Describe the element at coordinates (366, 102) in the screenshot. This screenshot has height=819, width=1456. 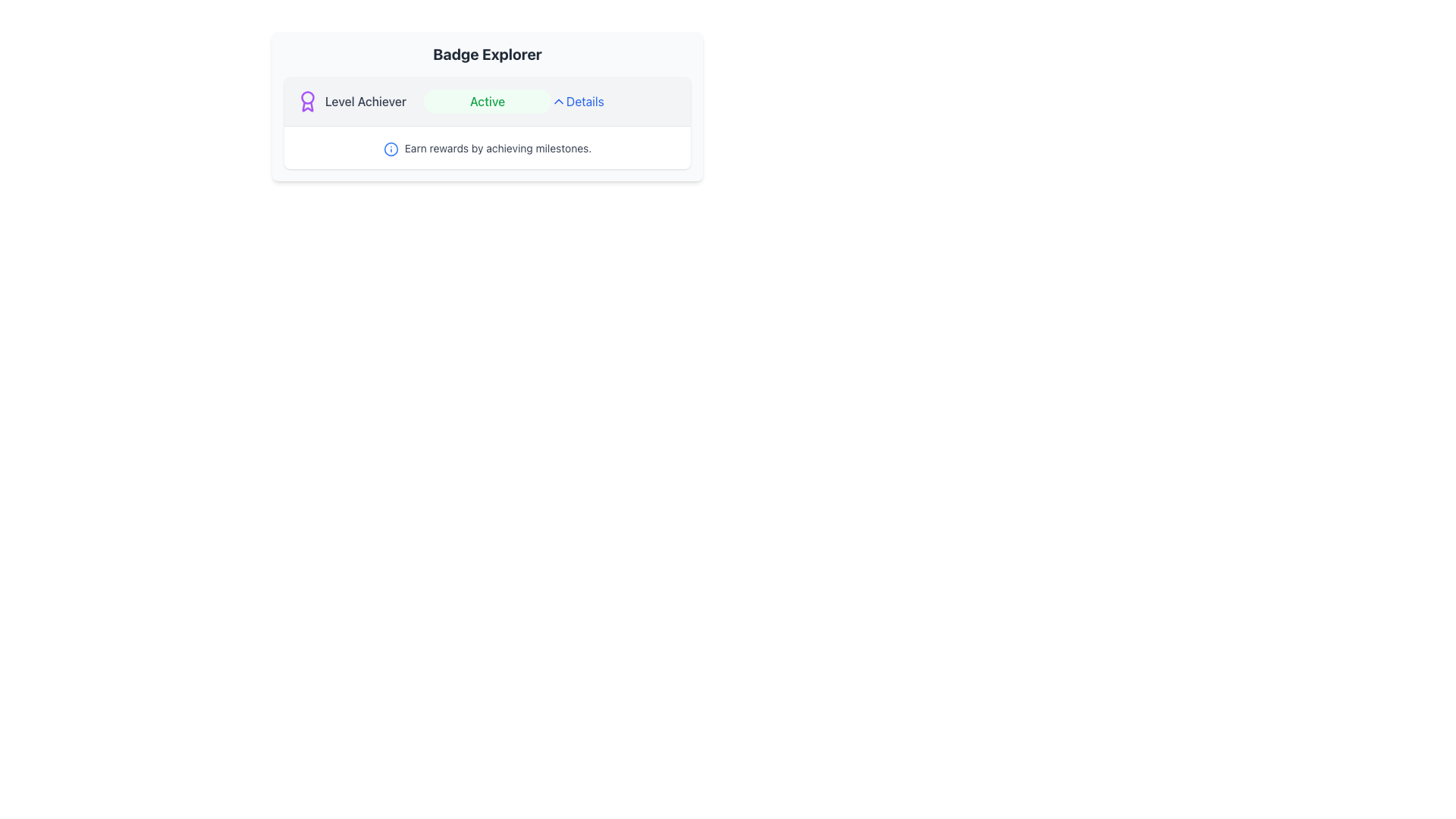
I see `the text label reading 'Level Achiever' which is styled with medium font weight and gray coloring, located next to a purple award icon in the 'Badge Explorer' box` at that location.